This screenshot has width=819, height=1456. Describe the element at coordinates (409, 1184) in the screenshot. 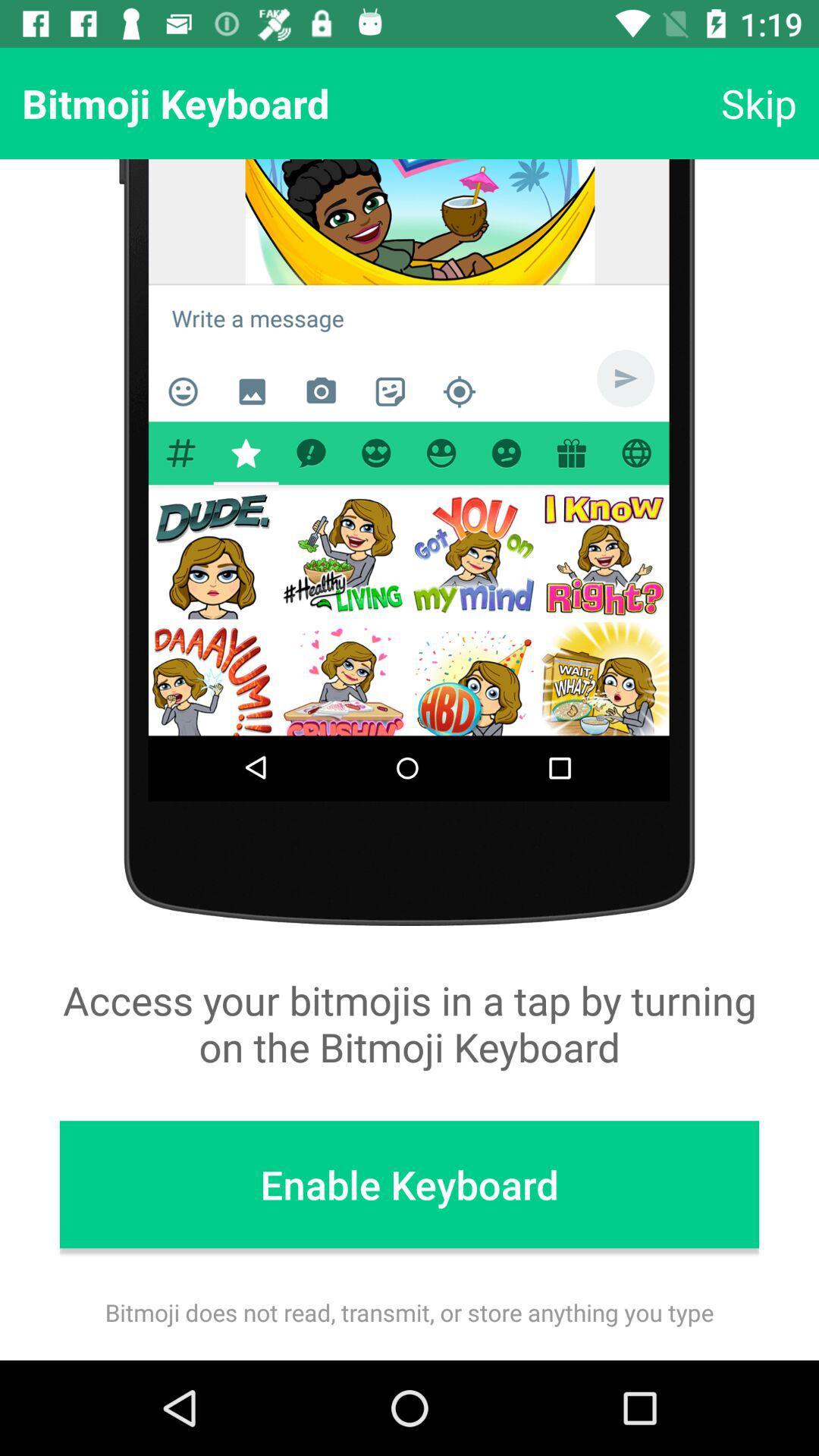

I see `item below access your bitmojis` at that location.